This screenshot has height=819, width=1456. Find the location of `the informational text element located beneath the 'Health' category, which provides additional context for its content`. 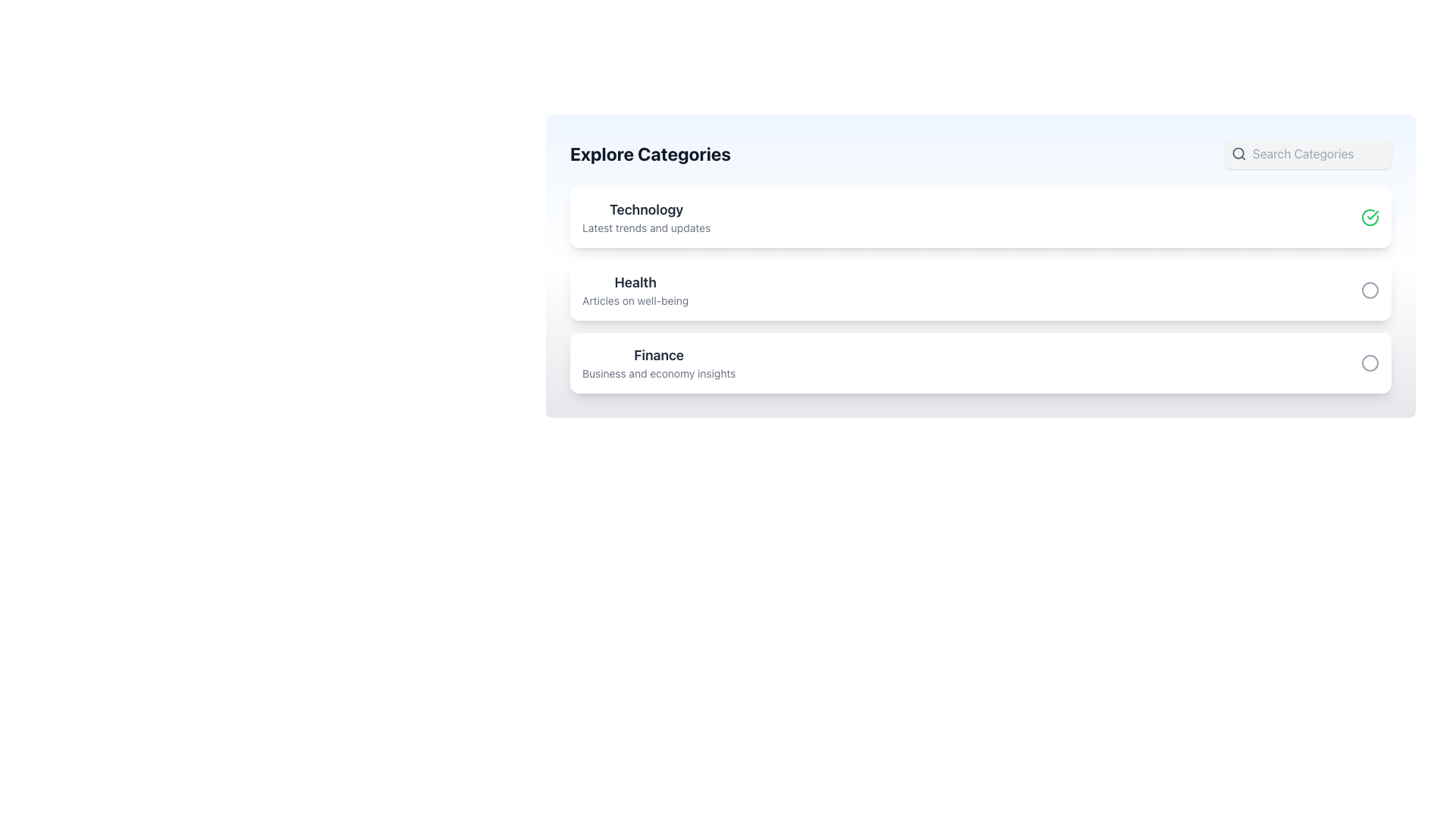

the informational text element located beneath the 'Health' category, which provides additional context for its content is located at coordinates (635, 301).